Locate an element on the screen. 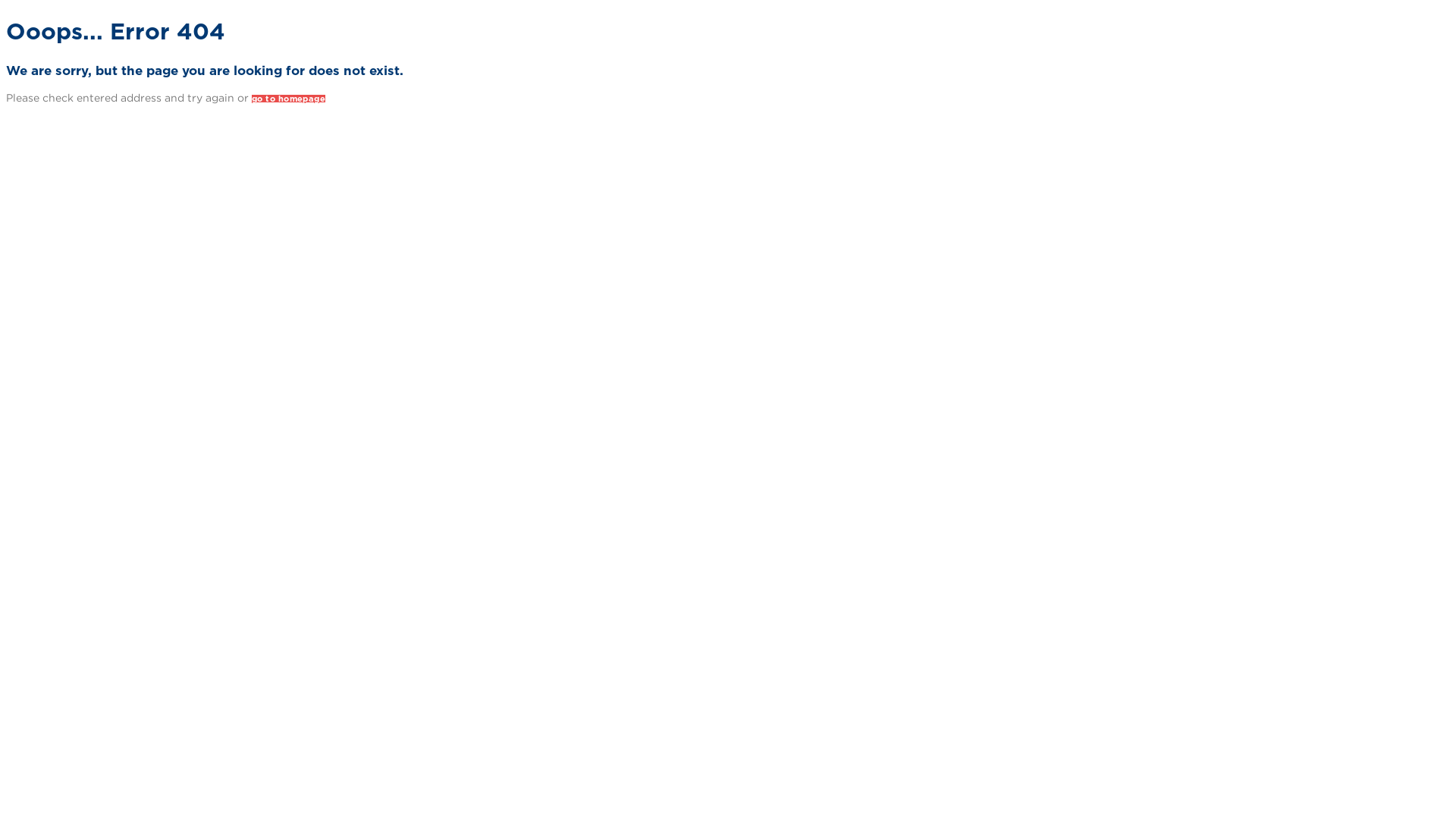  'go to homepage' is located at coordinates (251, 99).